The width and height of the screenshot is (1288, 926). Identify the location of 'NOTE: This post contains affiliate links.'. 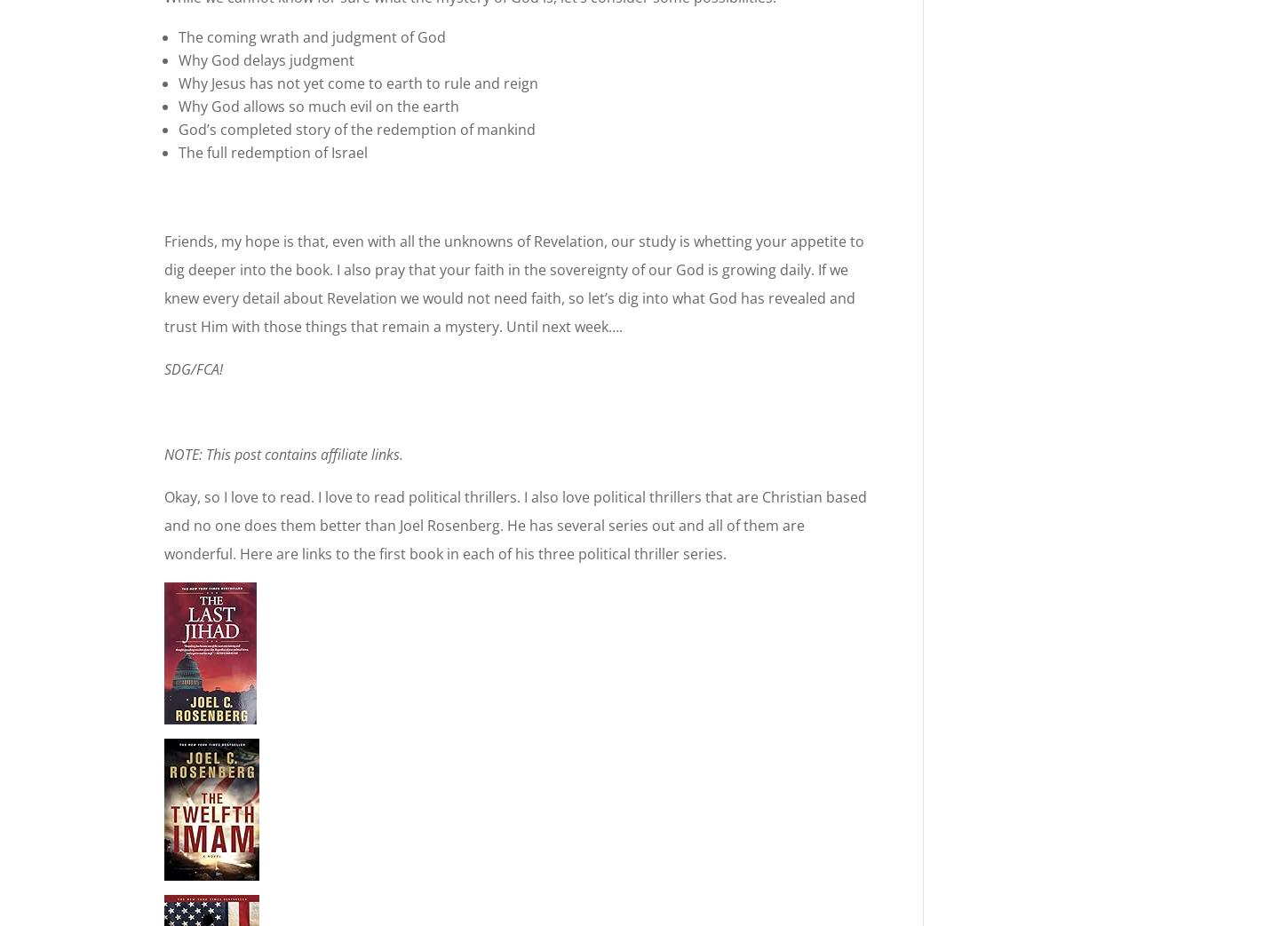
(163, 454).